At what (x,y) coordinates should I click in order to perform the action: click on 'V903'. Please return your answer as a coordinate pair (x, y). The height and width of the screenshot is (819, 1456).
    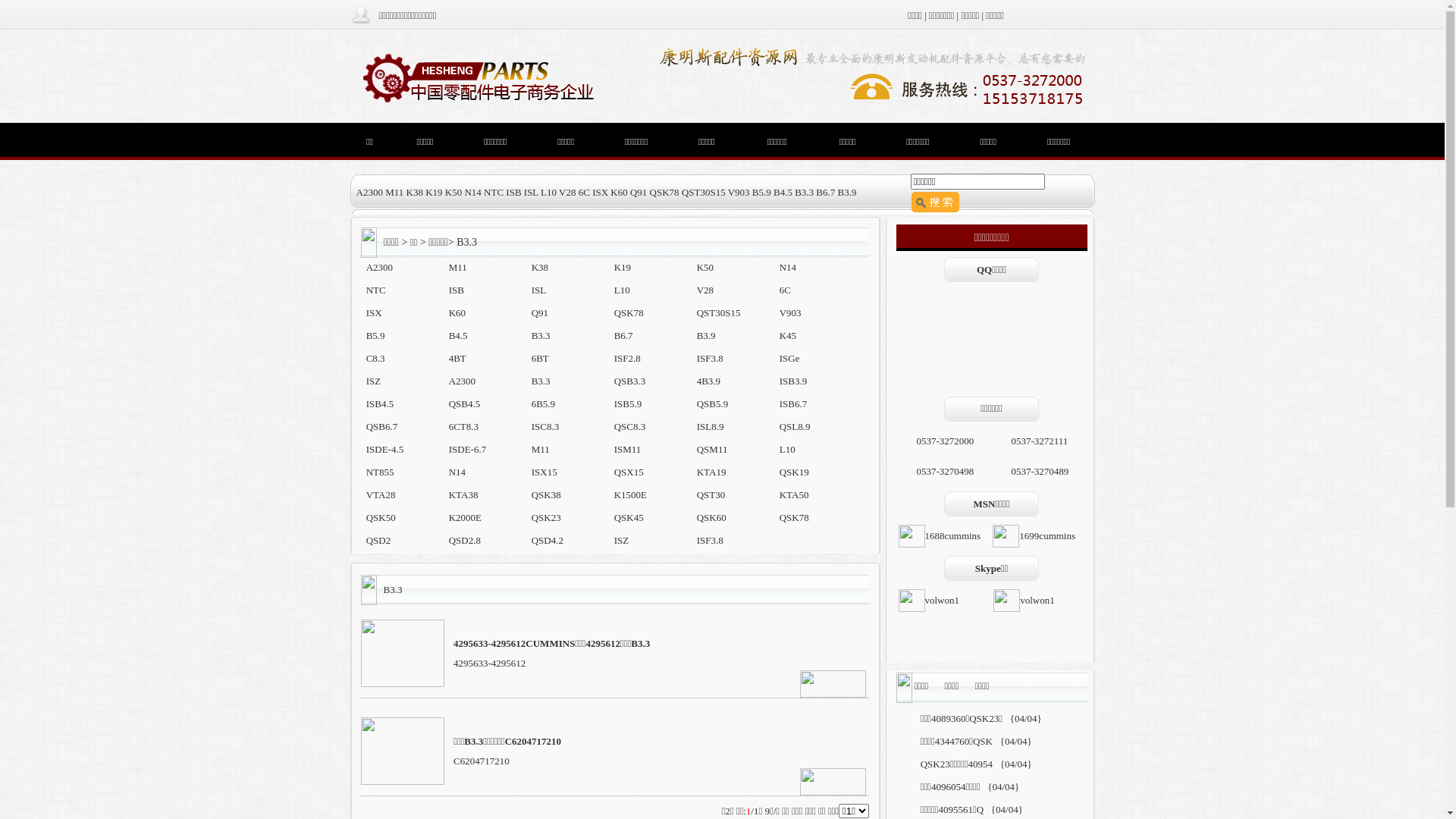
    Looking at the image, I should click on (789, 312).